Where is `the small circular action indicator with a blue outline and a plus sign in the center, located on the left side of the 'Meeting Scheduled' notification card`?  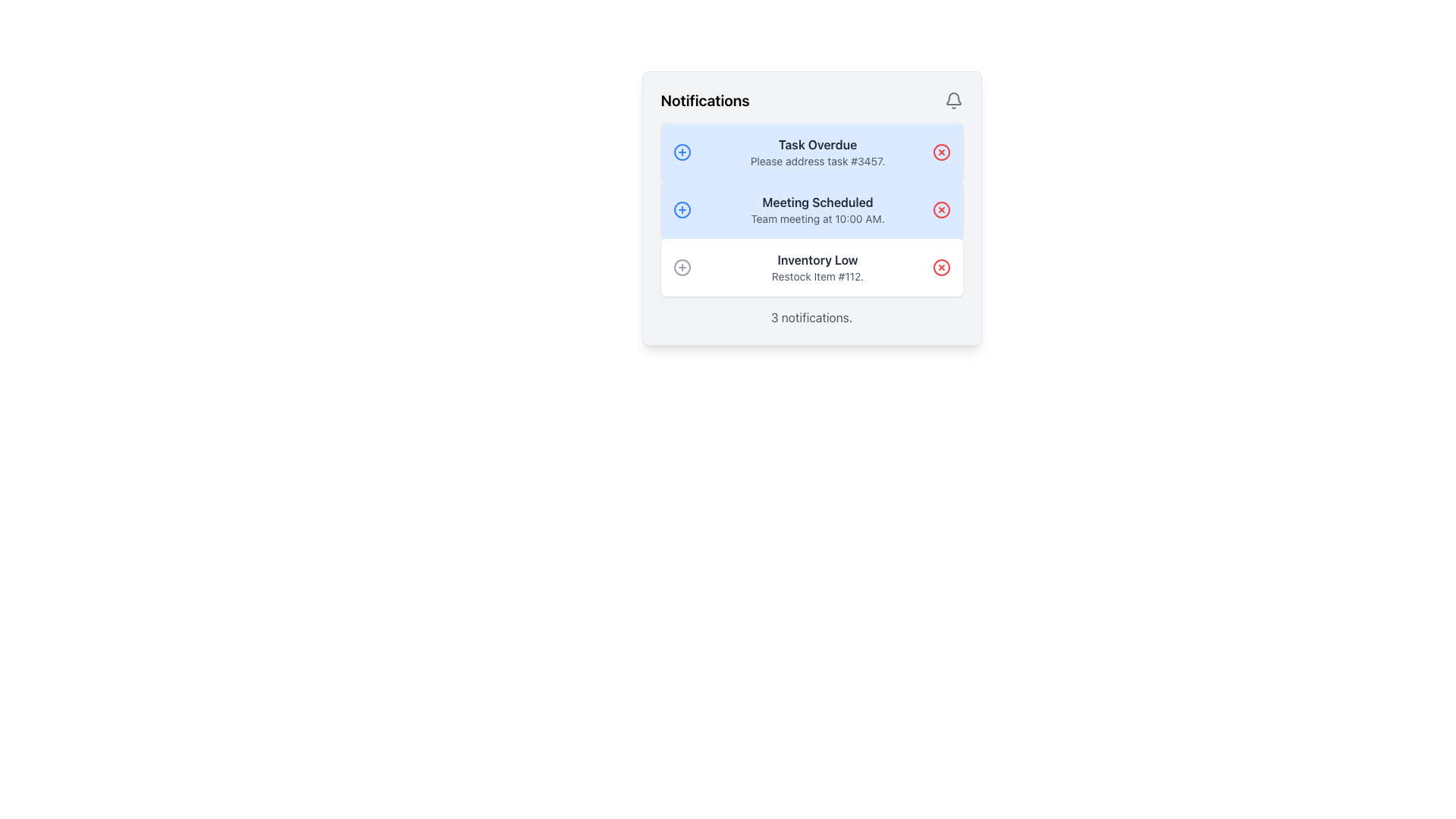 the small circular action indicator with a blue outline and a plus sign in the center, located on the left side of the 'Meeting Scheduled' notification card is located at coordinates (681, 210).